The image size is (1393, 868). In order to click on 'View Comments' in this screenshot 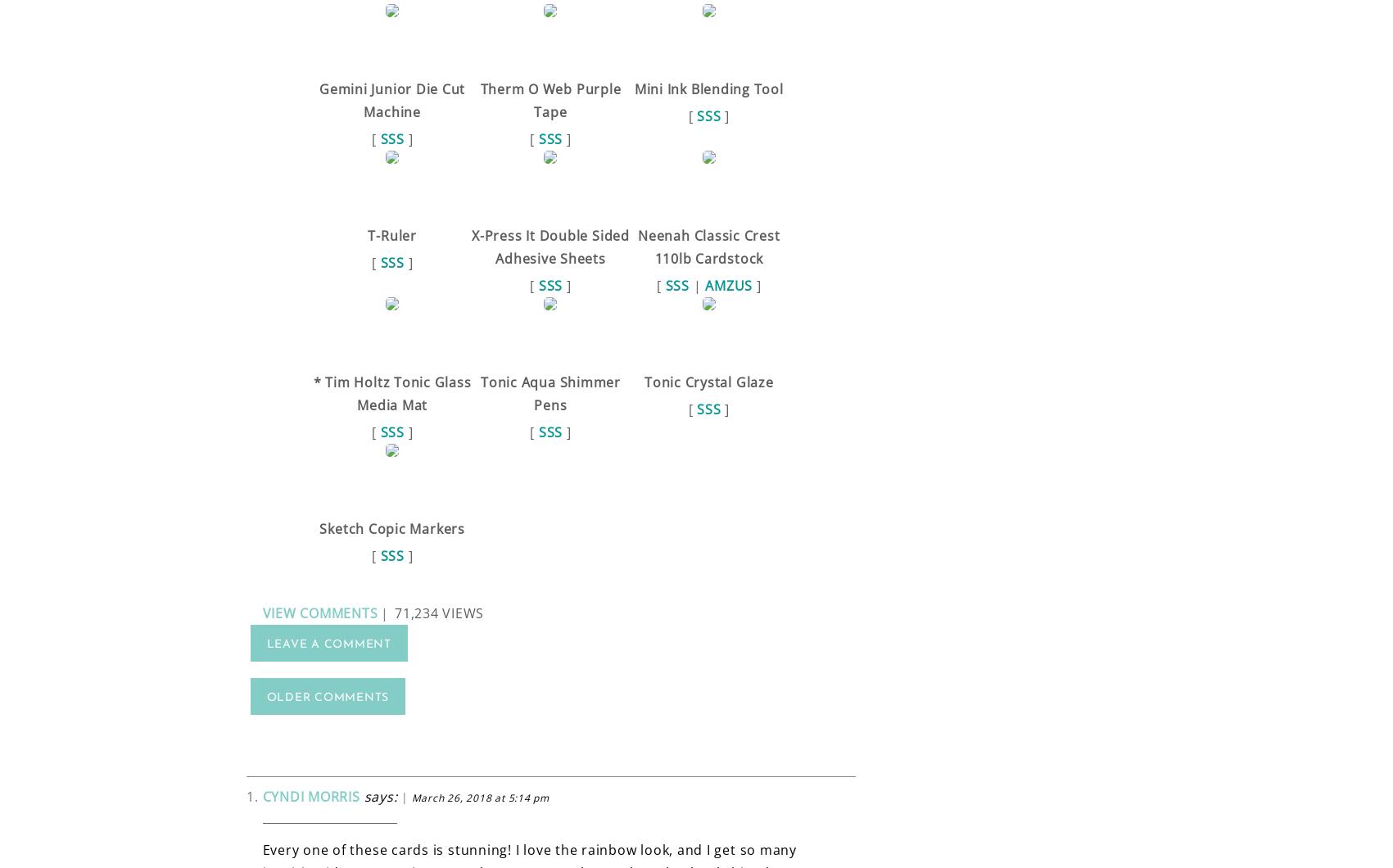, I will do `click(261, 612)`.